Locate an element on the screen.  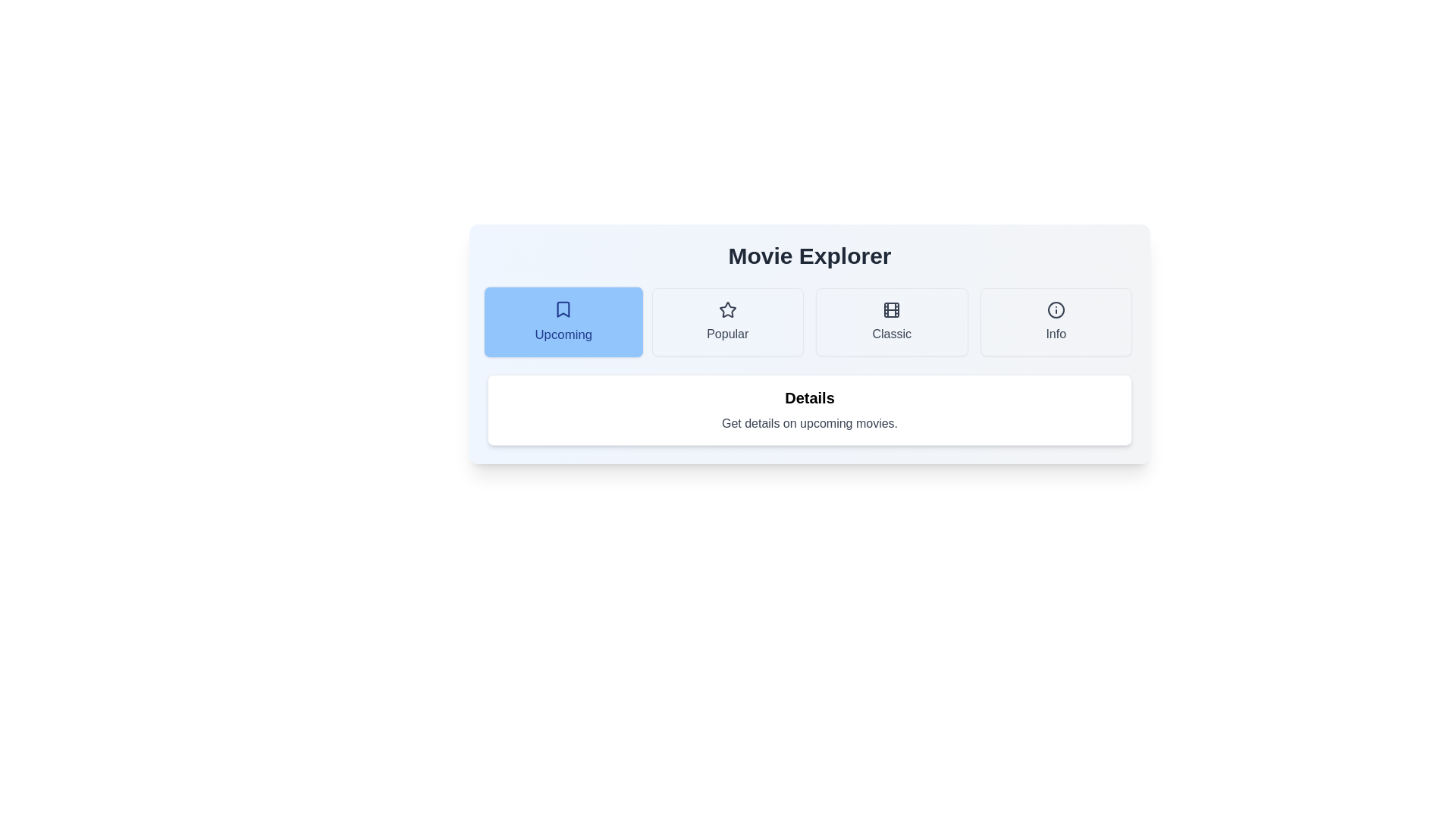
the button in the third column under the 'Movie Explorer' section is located at coordinates (892, 321).